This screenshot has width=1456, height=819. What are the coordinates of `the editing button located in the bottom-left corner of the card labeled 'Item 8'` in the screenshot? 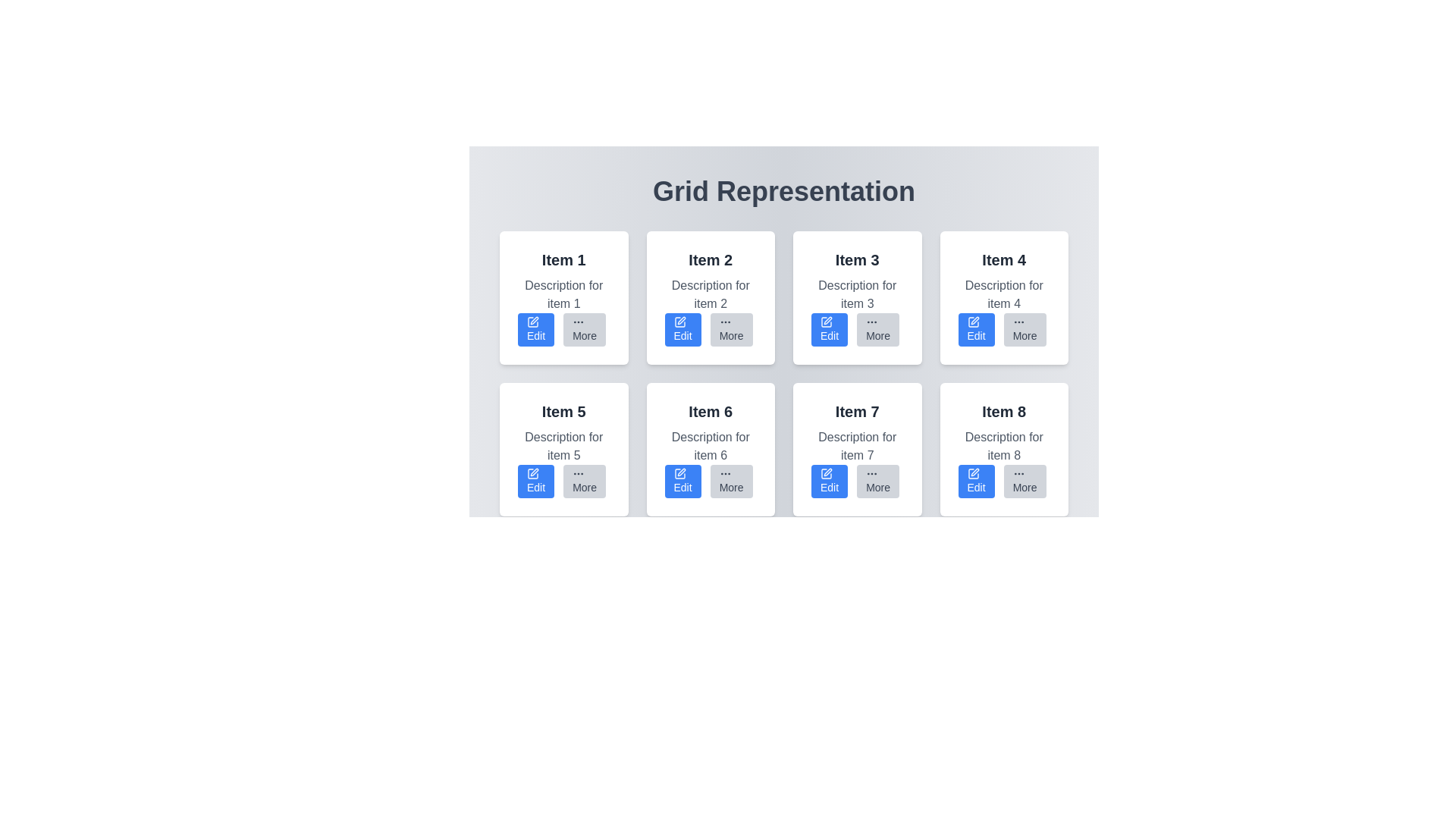 It's located at (976, 482).